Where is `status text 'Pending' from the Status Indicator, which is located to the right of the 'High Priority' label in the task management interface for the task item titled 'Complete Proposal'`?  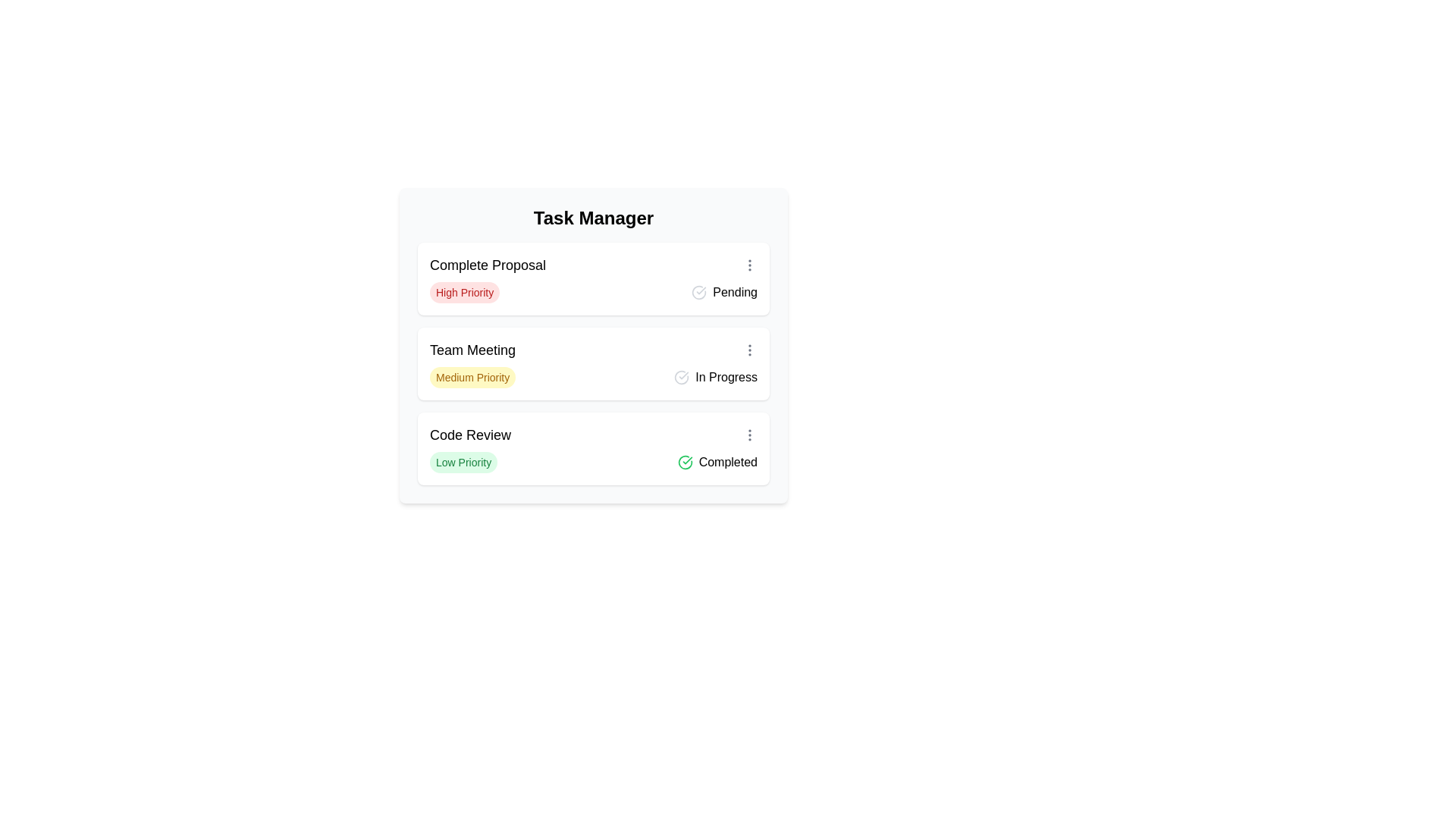
status text 'Pending' from the Status Indicator, which is located to the right of the 'High Priority' label in the task management interface for the task item titled 'Complete Proposal' is located at coordinates (723, 292).